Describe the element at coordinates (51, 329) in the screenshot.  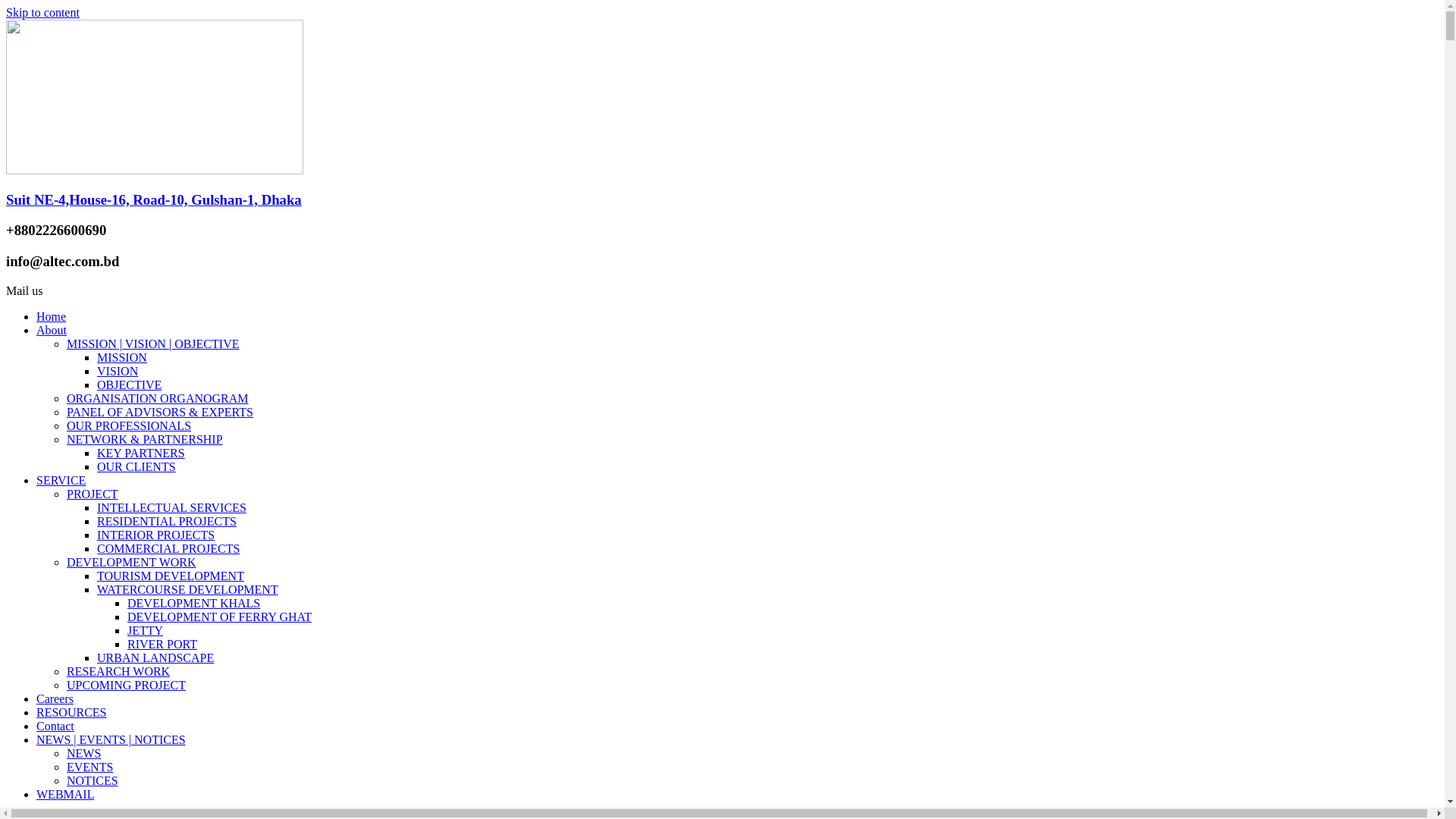
I see `'About'` at that location.